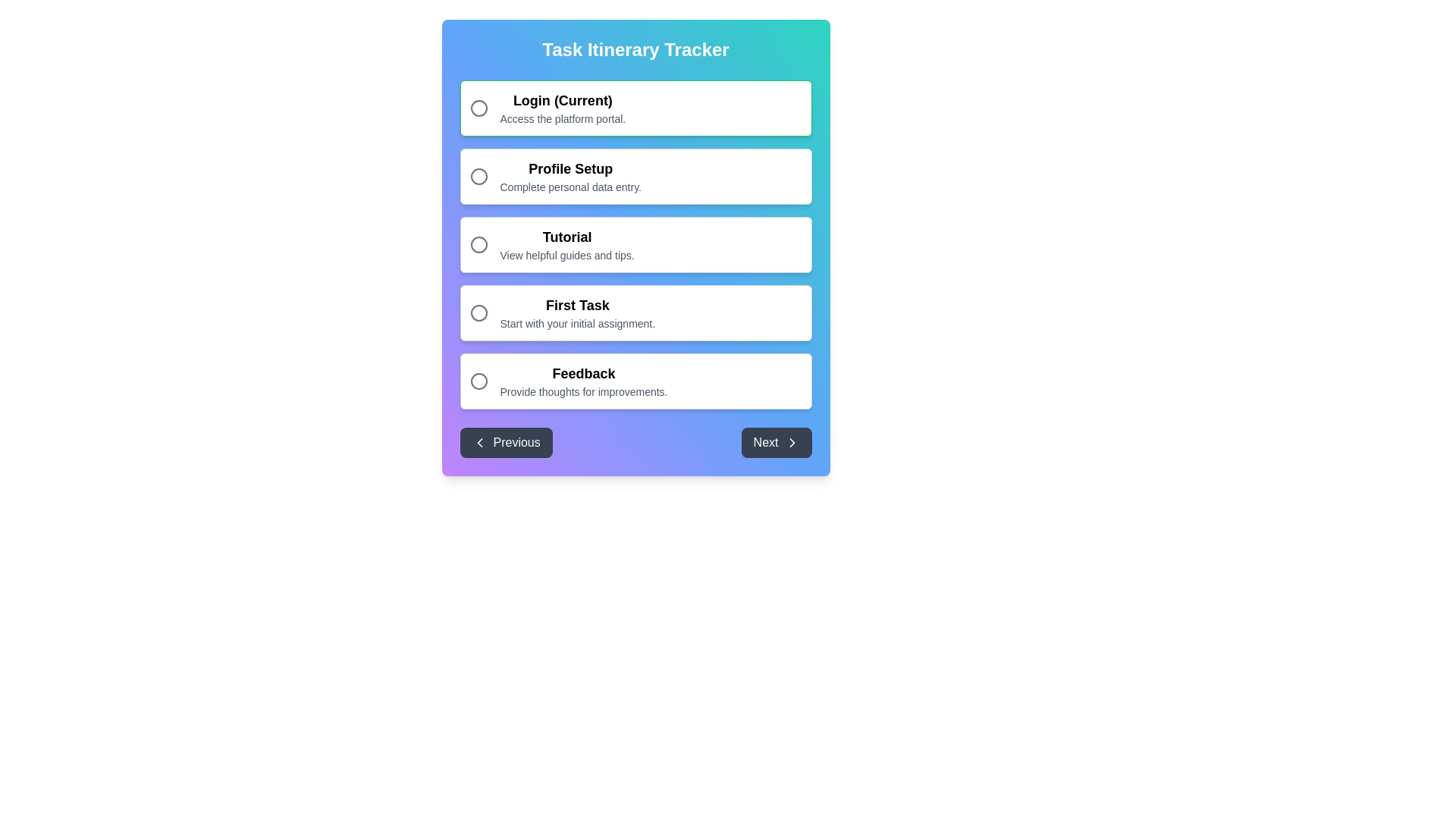  I want to click on the static text label indicating the current active state of 'Login' in the task progress within the 'Task Itinerary Tracker' interface, so click(562, 100).